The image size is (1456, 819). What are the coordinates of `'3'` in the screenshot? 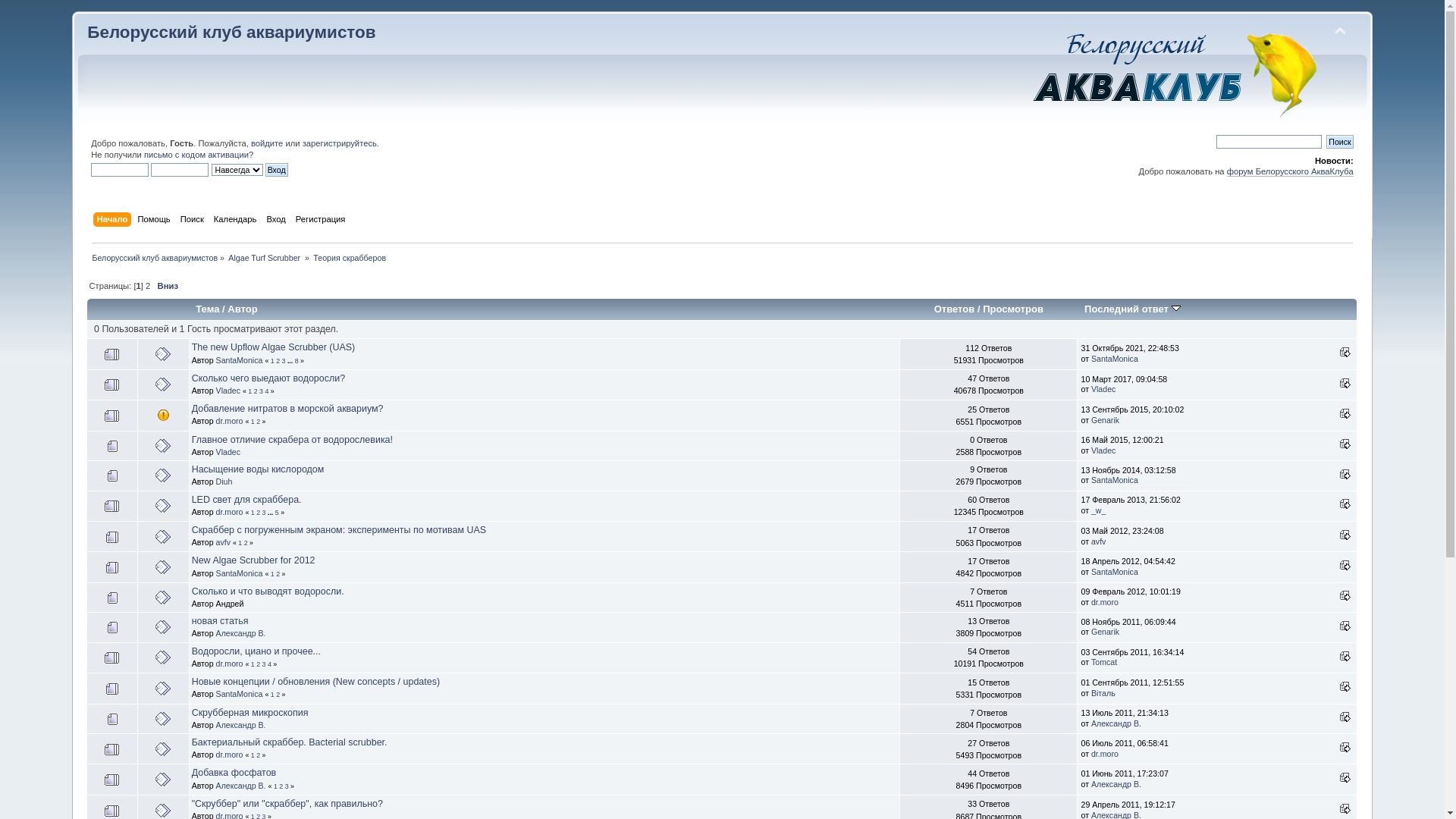 It's located at (261, 391).